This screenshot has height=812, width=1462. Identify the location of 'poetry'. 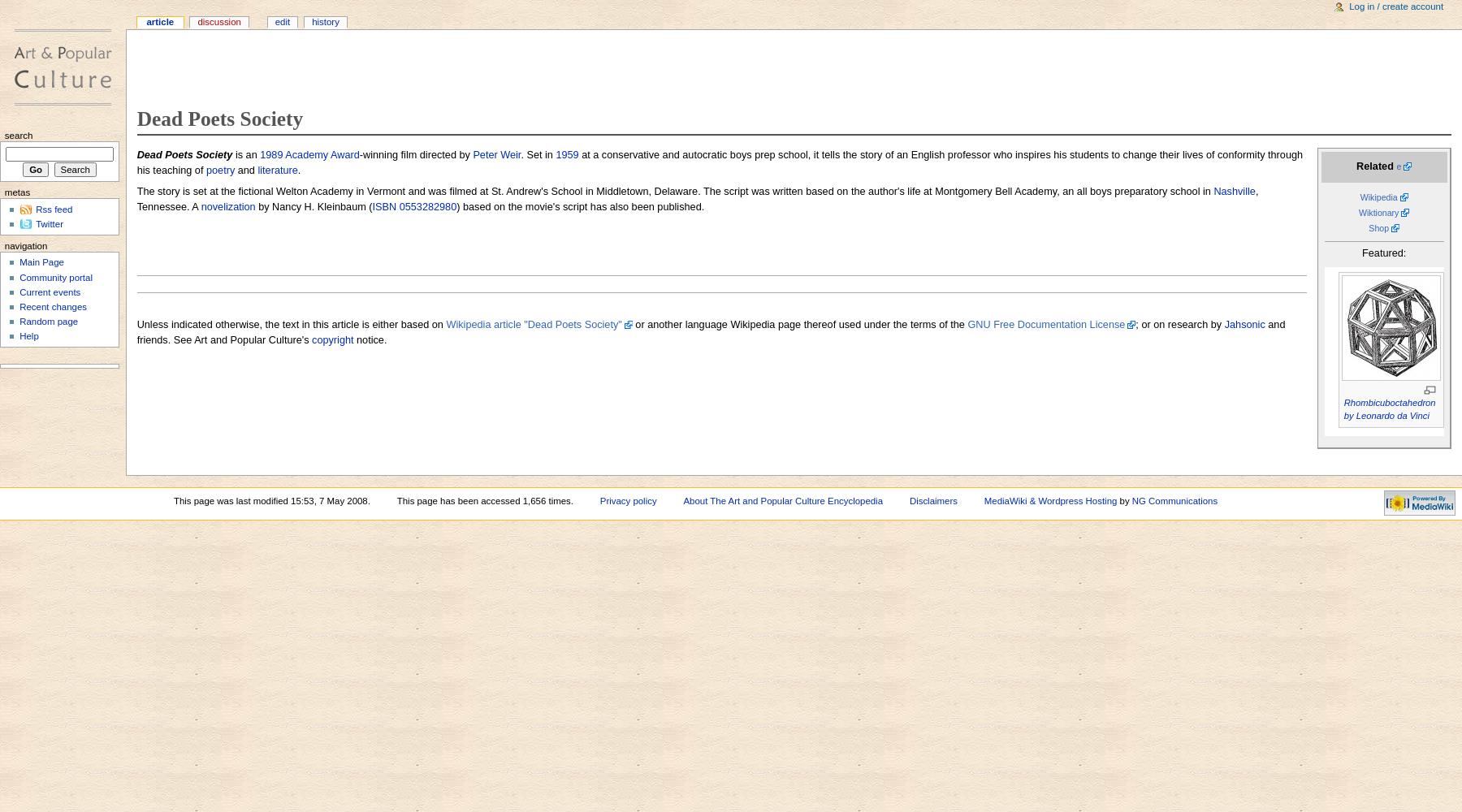
(219, 170).